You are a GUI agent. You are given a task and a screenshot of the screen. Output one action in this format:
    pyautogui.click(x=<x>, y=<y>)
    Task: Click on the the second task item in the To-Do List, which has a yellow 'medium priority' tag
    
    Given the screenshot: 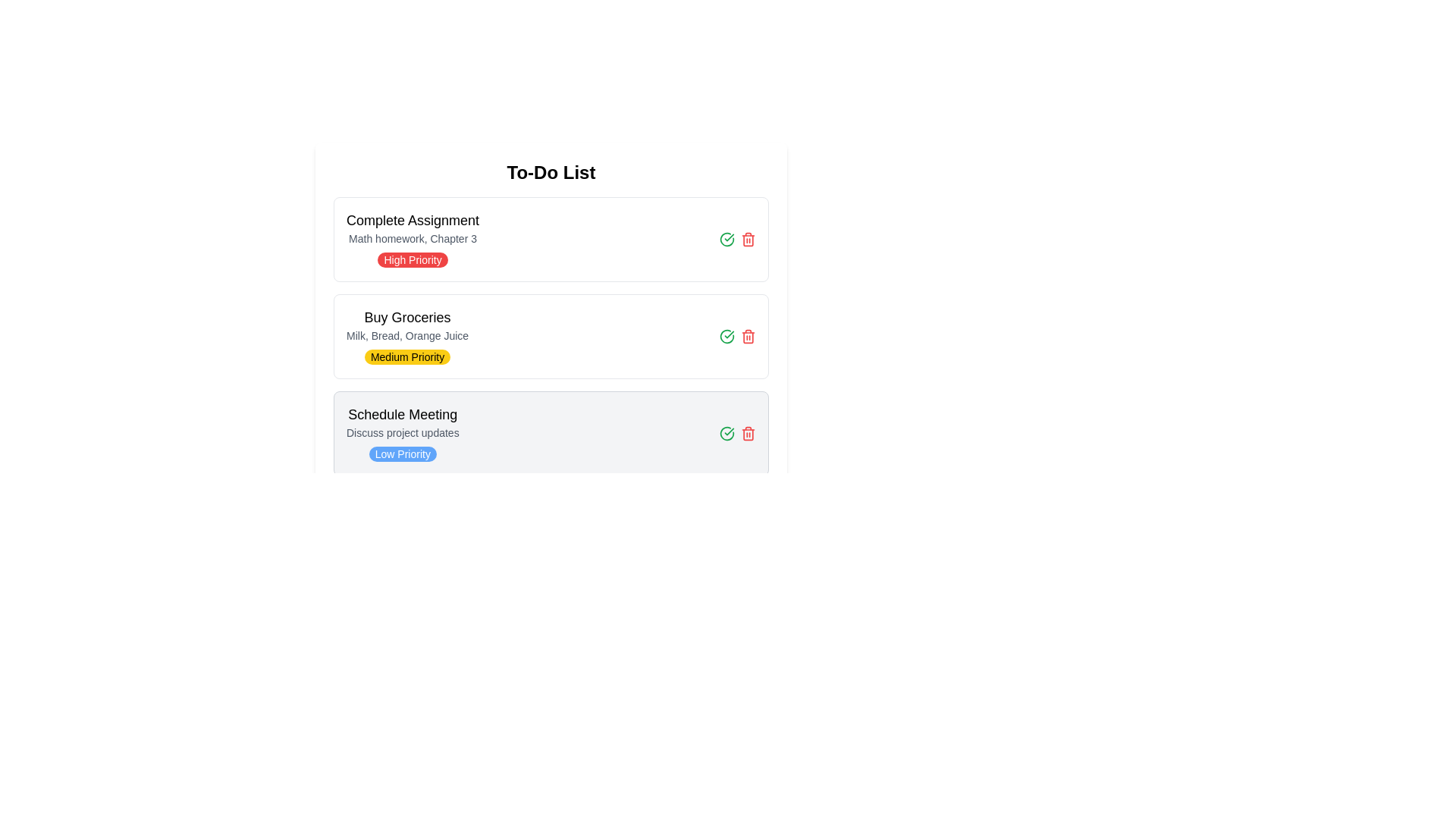 What is the action you would take?
    pyautogui.click(x=550, y=335)
    